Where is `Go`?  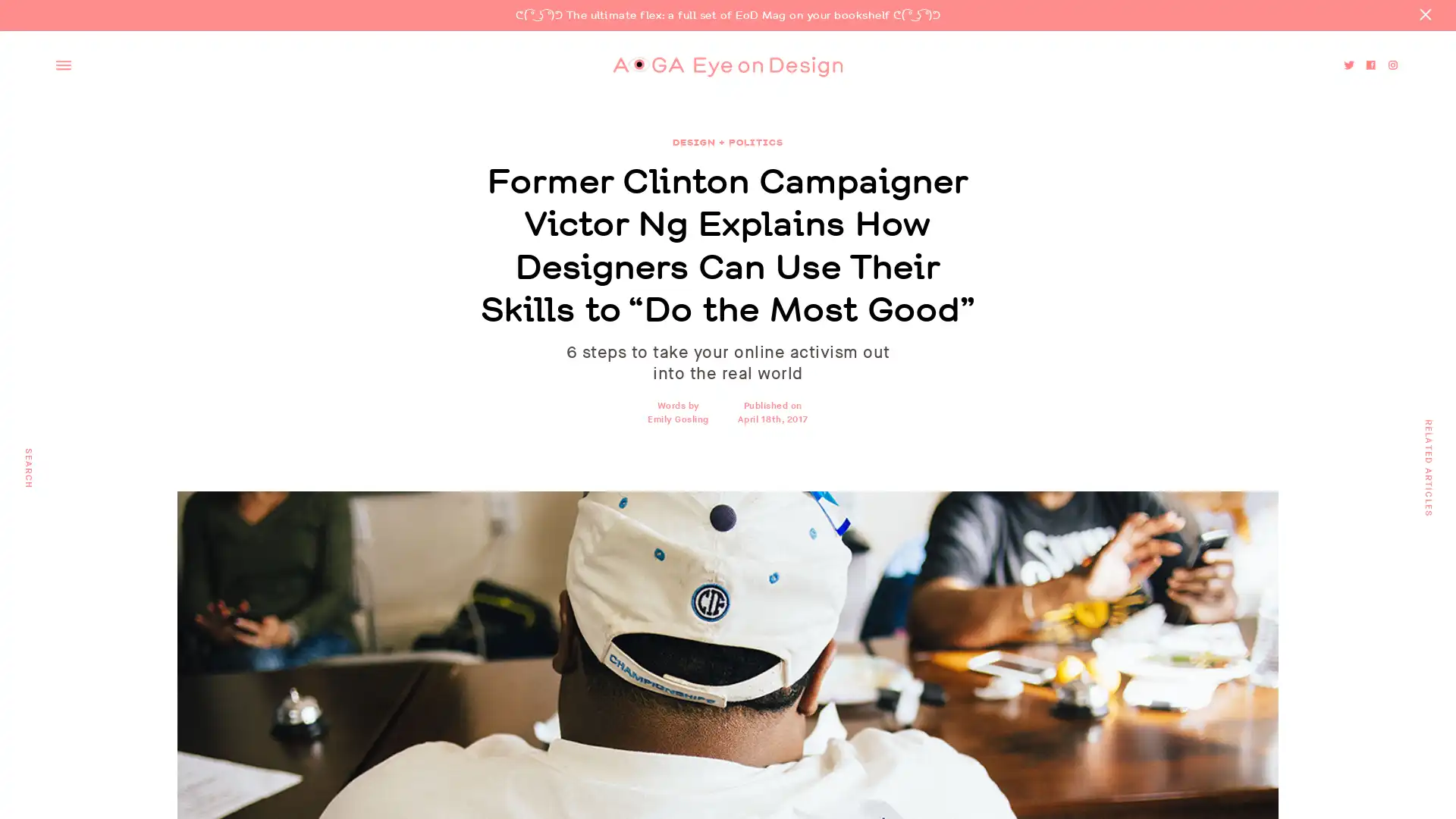 Go is located at coordinates (726, 577).